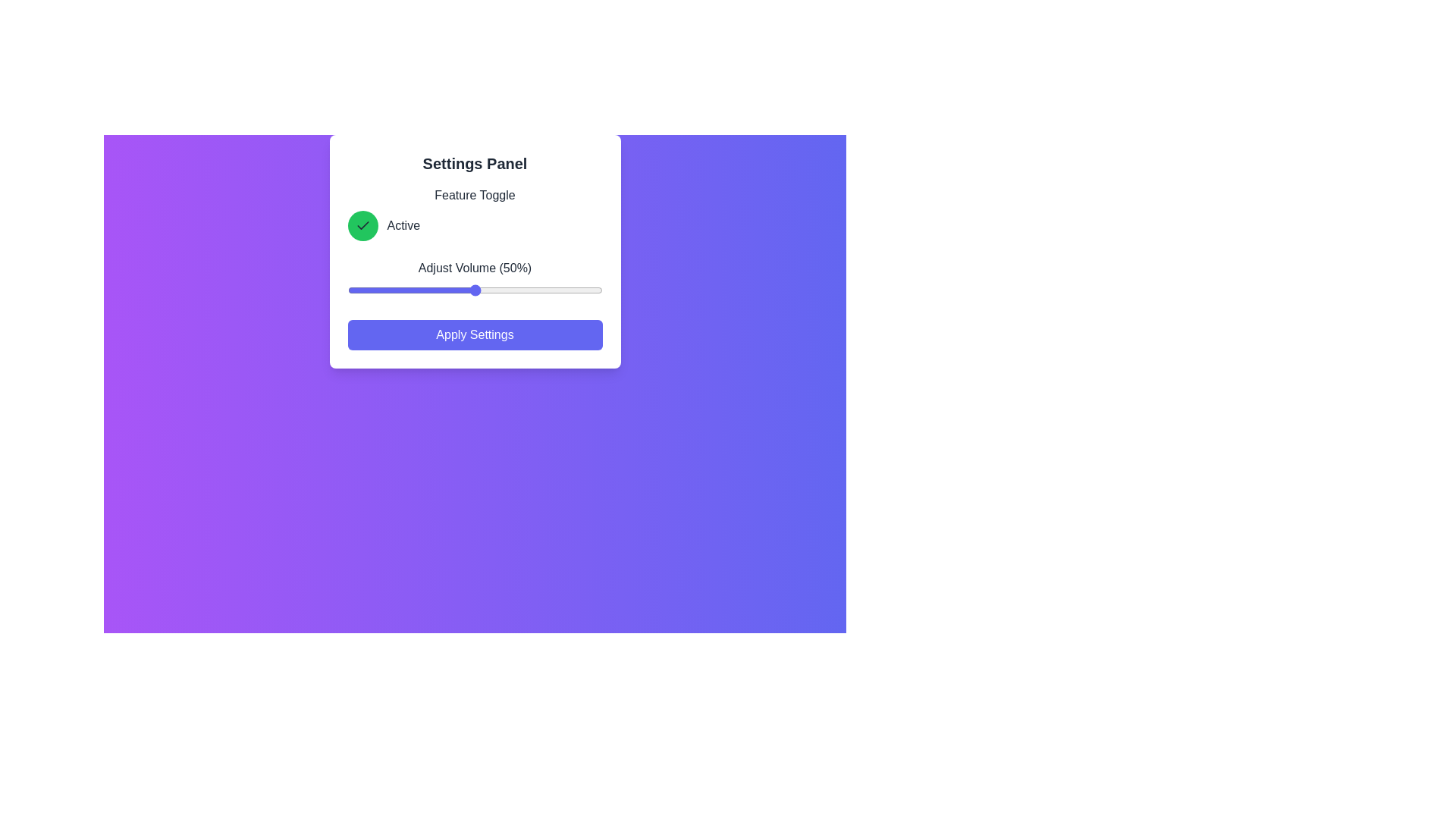 The height and width of the screenshot is (819, 1456). I want to click on the green circular icon with a centered black checkmark symbol, part of the 'Active' toggle button, so click(362, 225).